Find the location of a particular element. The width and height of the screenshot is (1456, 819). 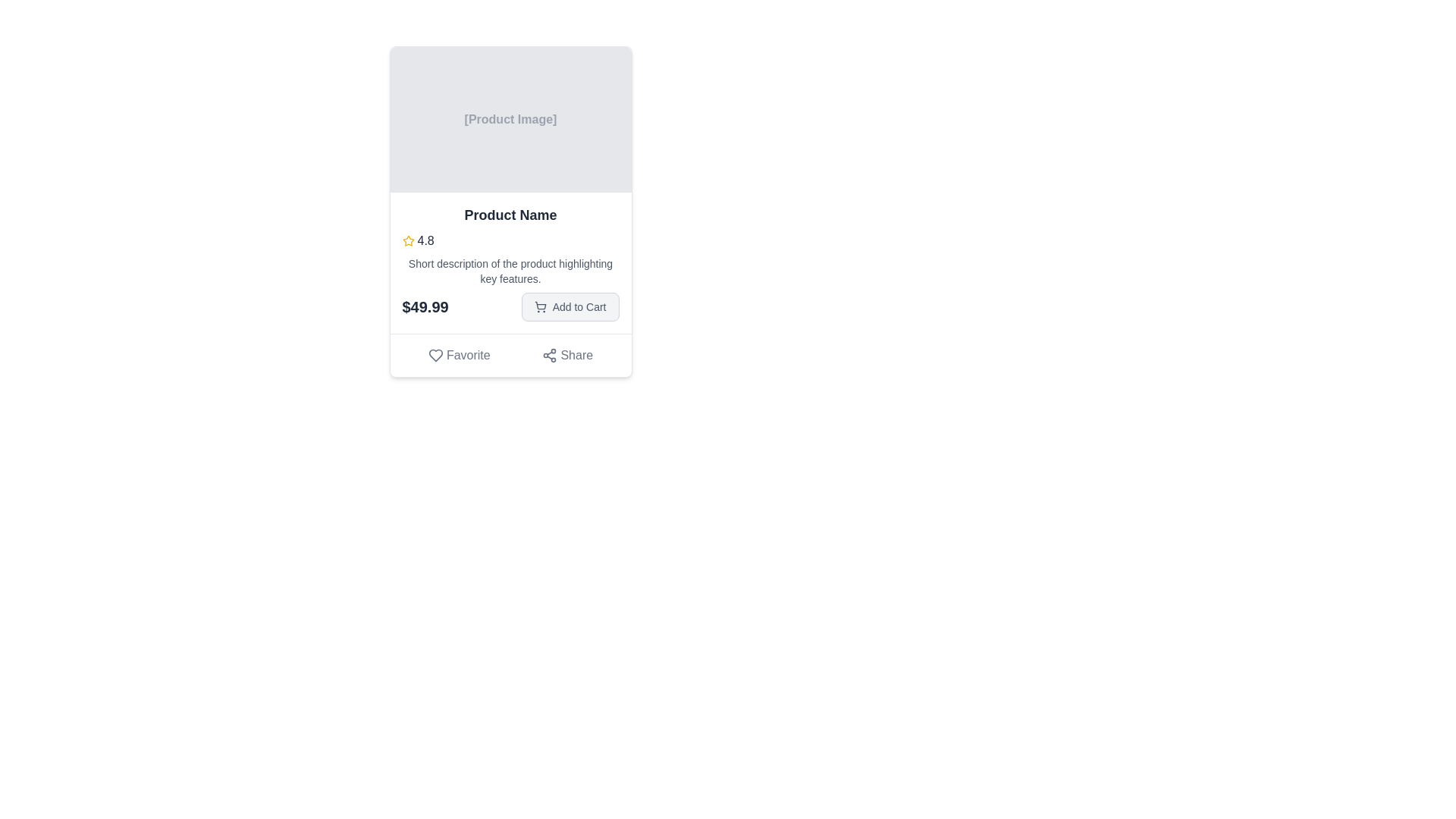

the sharing icon located to the left of the 'Share' text in the bottom right section of the product card layout is located at coordinates (549, 356).